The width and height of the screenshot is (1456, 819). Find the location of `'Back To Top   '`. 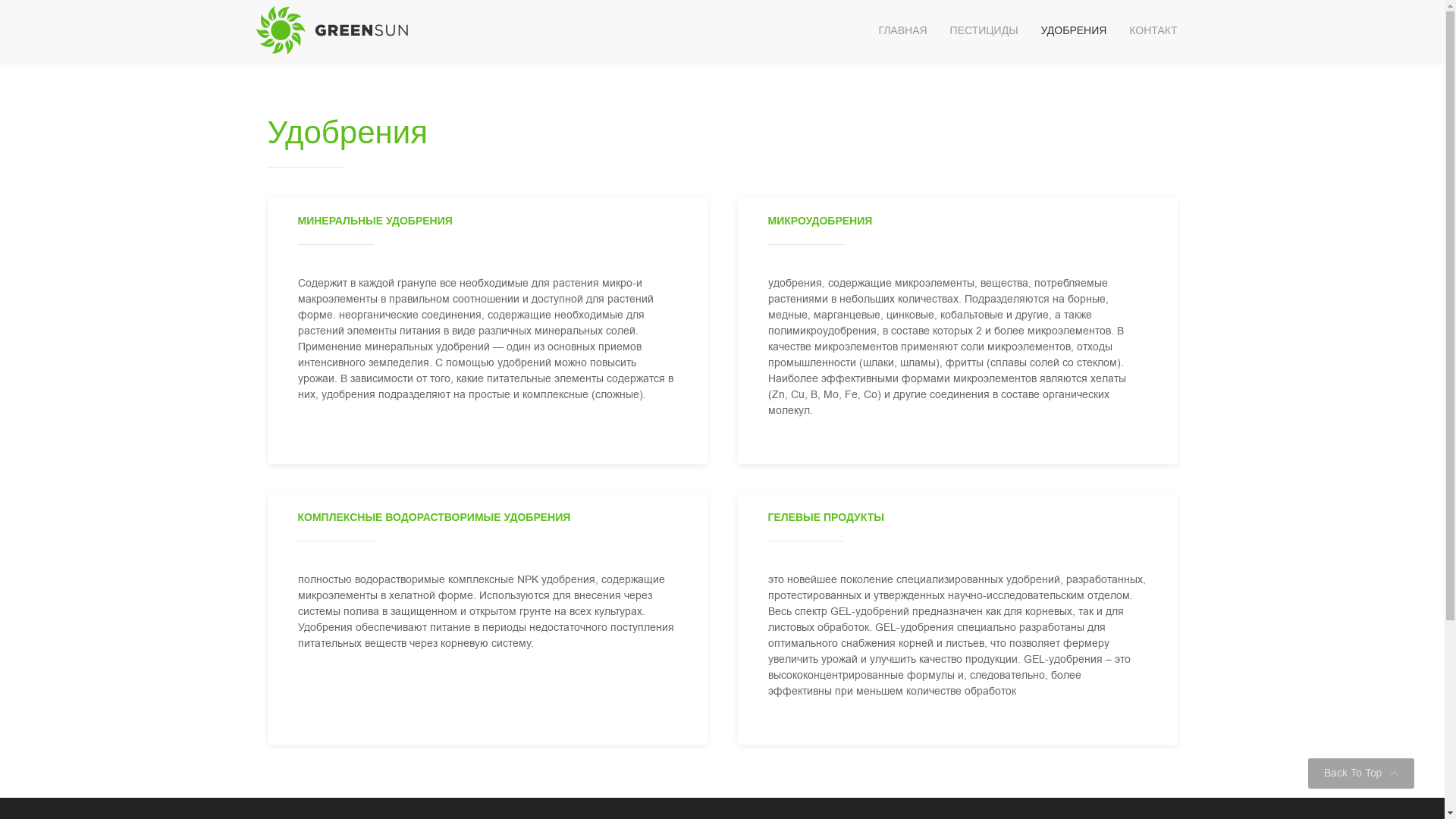

'Back To Top   ' is located at coordinates (1361, 773).